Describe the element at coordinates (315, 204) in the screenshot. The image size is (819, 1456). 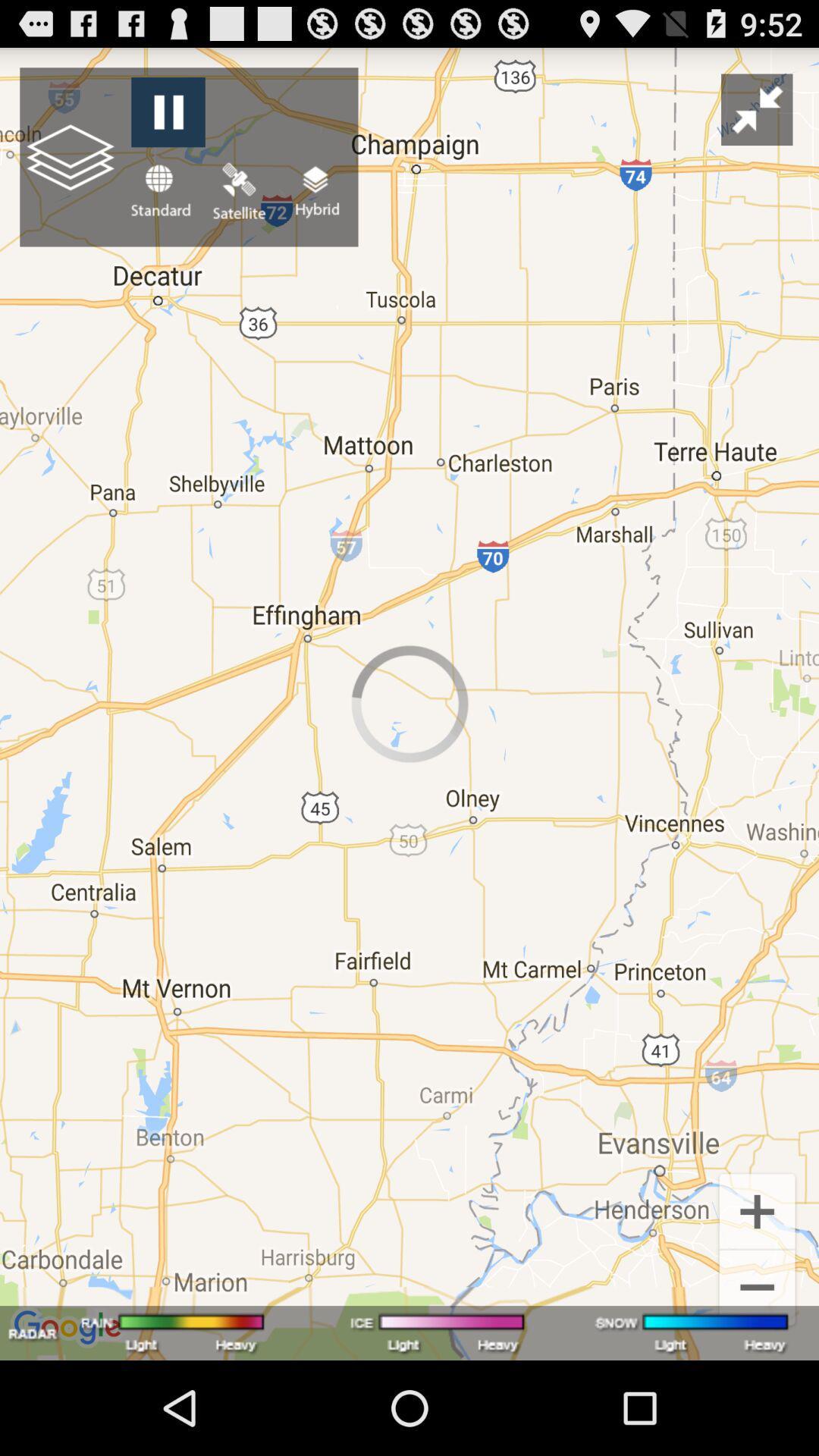
I see `the layers icon` at that location.